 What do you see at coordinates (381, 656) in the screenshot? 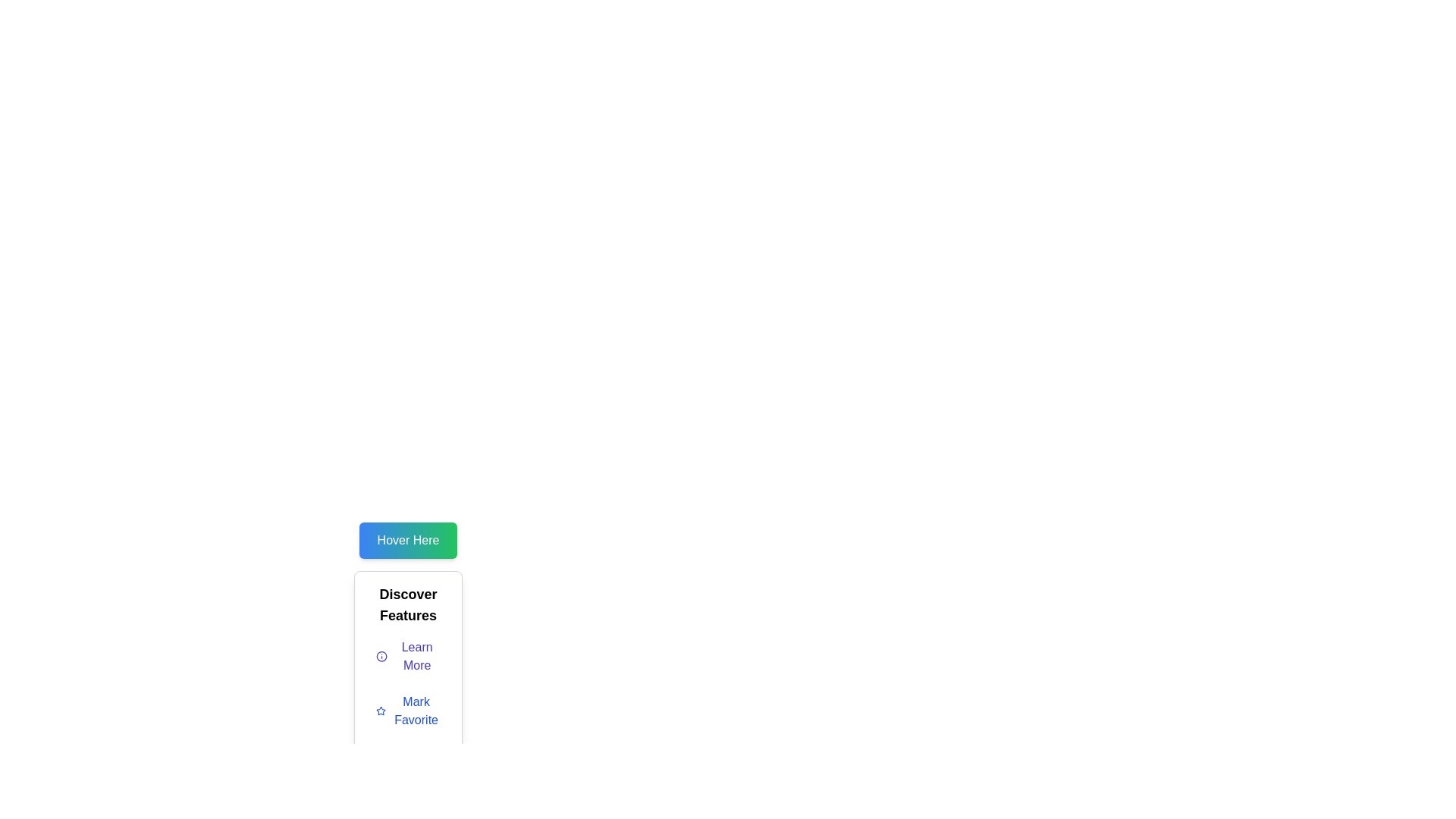
I see `the circular shape located centrally within the icon` at bounding box center [381, 656].